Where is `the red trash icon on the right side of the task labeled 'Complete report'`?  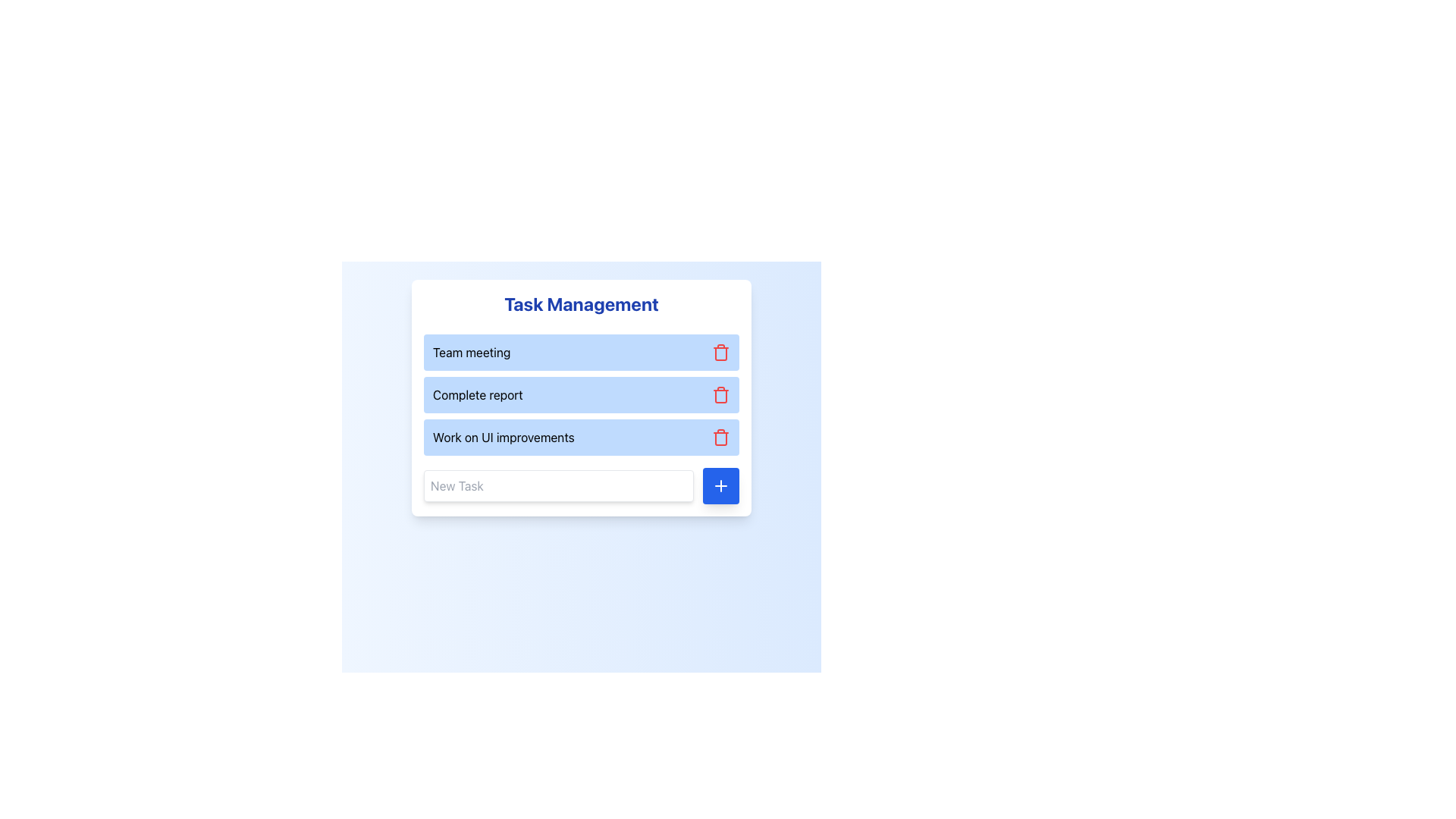
the red trash icon on the right side of the task labeled 'Complete report' is located at coordinates (720, 394).